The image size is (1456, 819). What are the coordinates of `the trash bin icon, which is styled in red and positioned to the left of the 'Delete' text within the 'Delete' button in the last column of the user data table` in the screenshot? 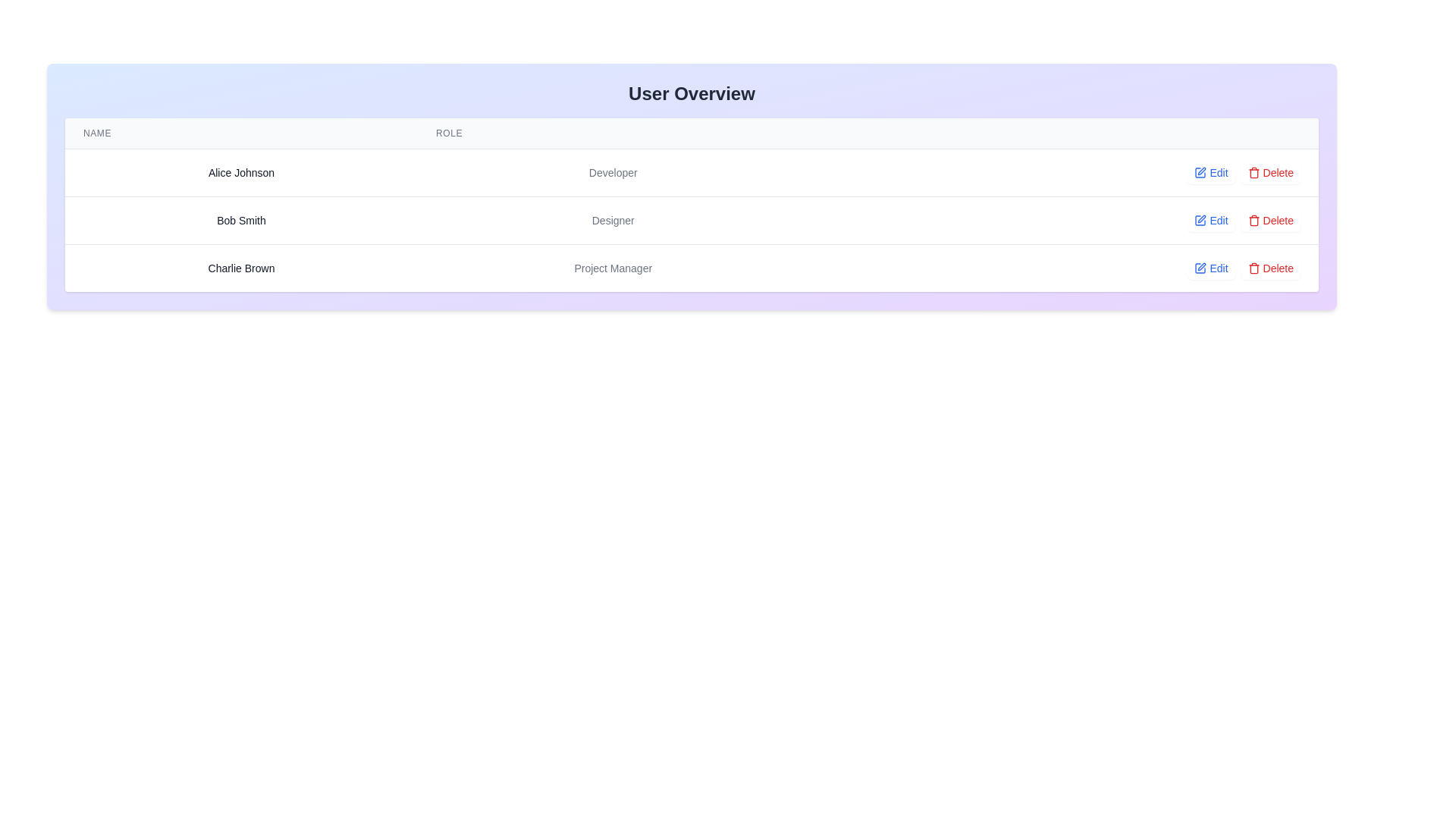 It's located at (1254, 171).